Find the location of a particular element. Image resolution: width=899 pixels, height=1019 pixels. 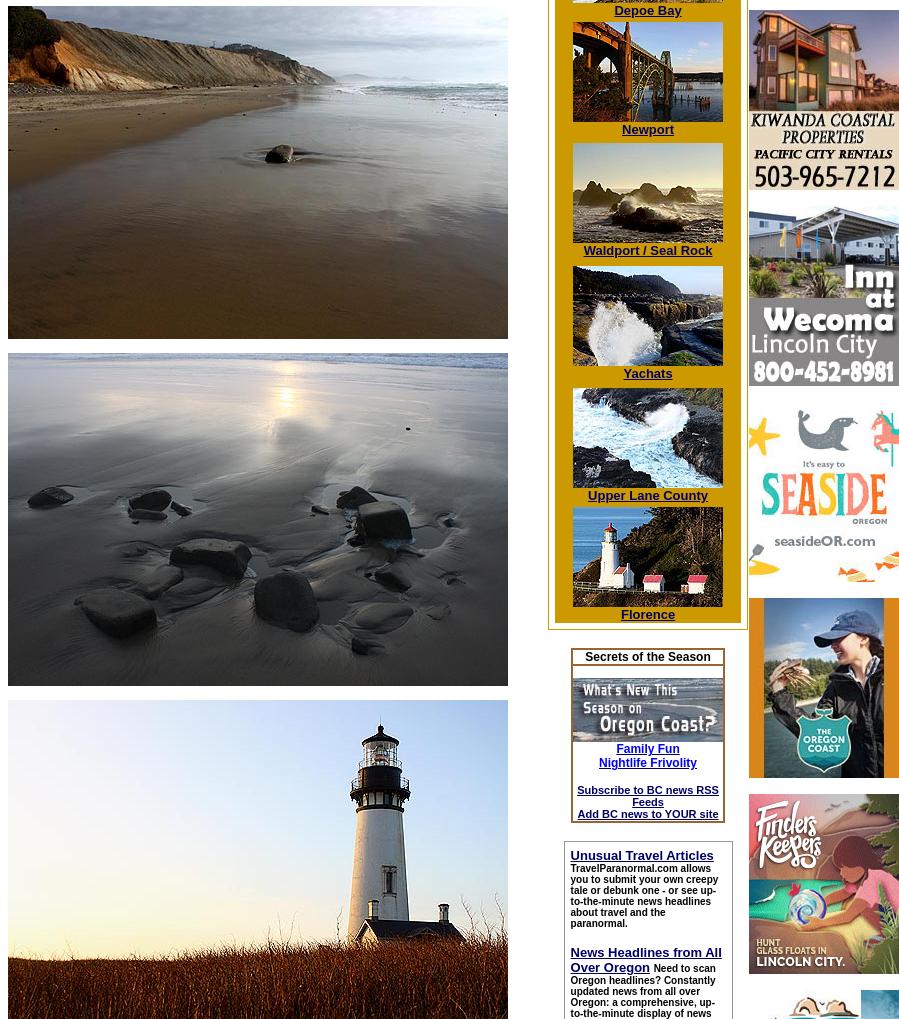

'Waldport / Seal Rock' is located at coordinates (646, 250).